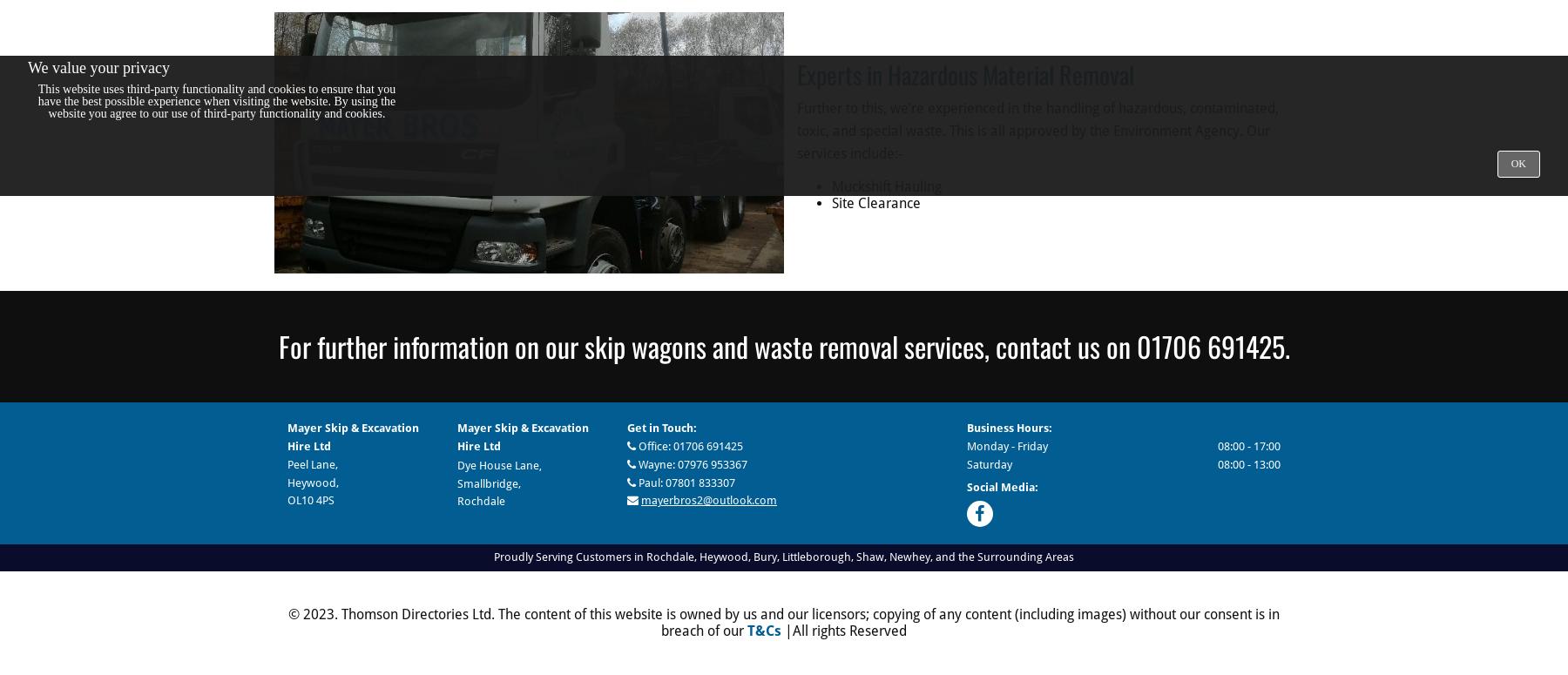 This screenshot has height=675, width=1568. I want to click on '08:00 - 17:00', so click(1215, 444).